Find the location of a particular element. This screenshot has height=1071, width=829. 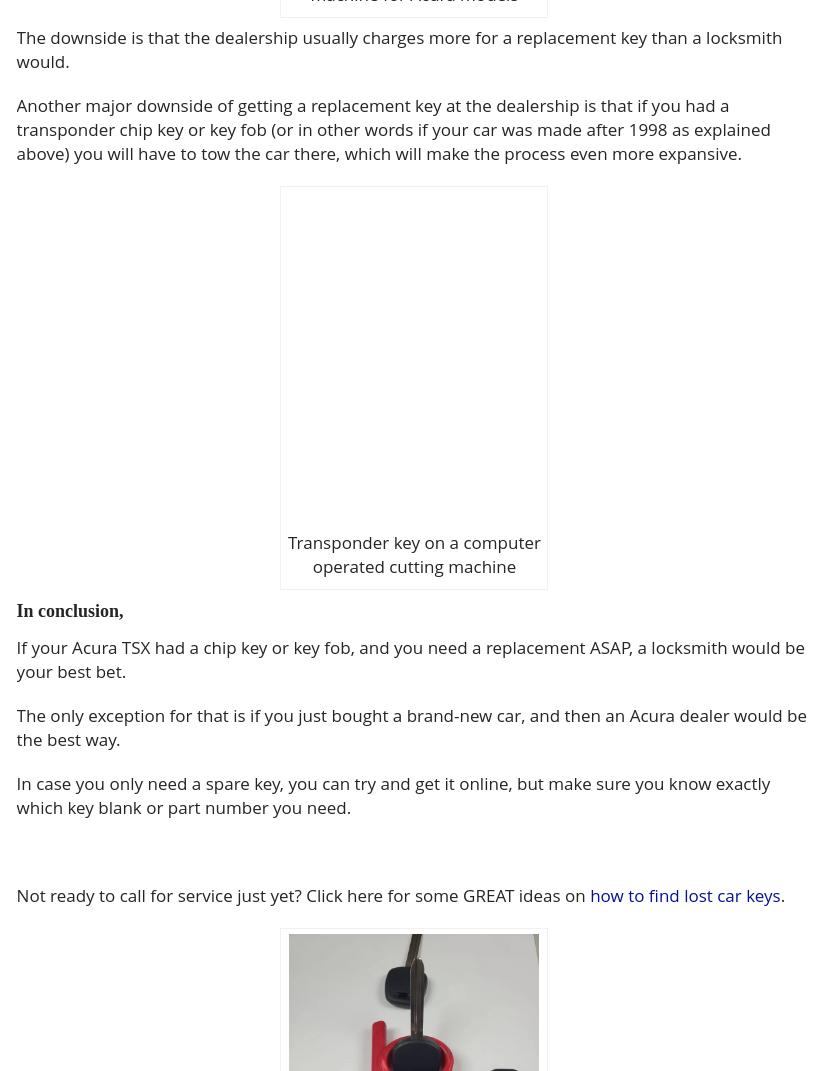

'The downside is that the dealership usually charges more for a replacement key than a locksmith would.' is located at coordinates (398, 48).